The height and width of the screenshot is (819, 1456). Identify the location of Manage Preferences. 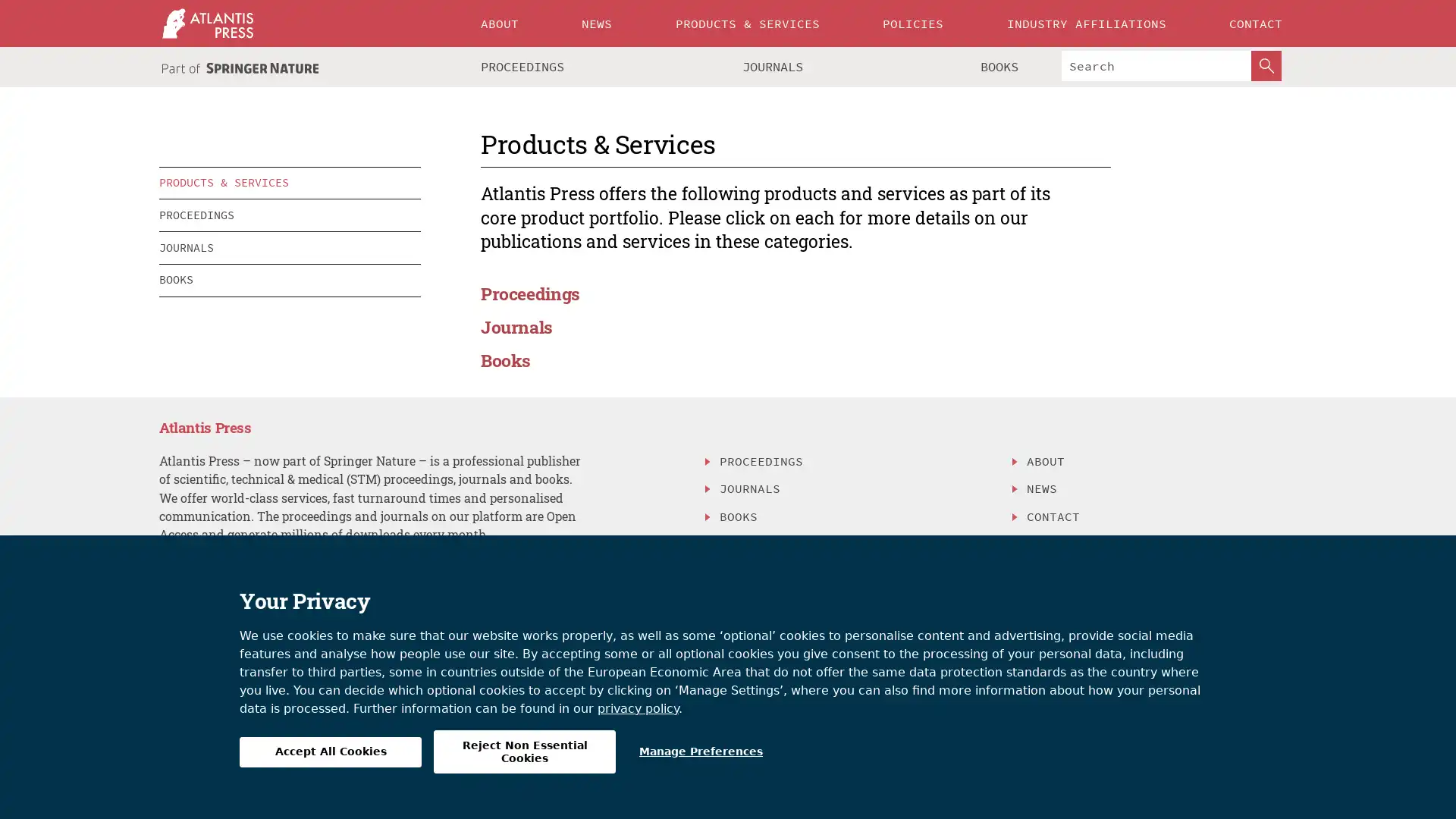
(700, 752).